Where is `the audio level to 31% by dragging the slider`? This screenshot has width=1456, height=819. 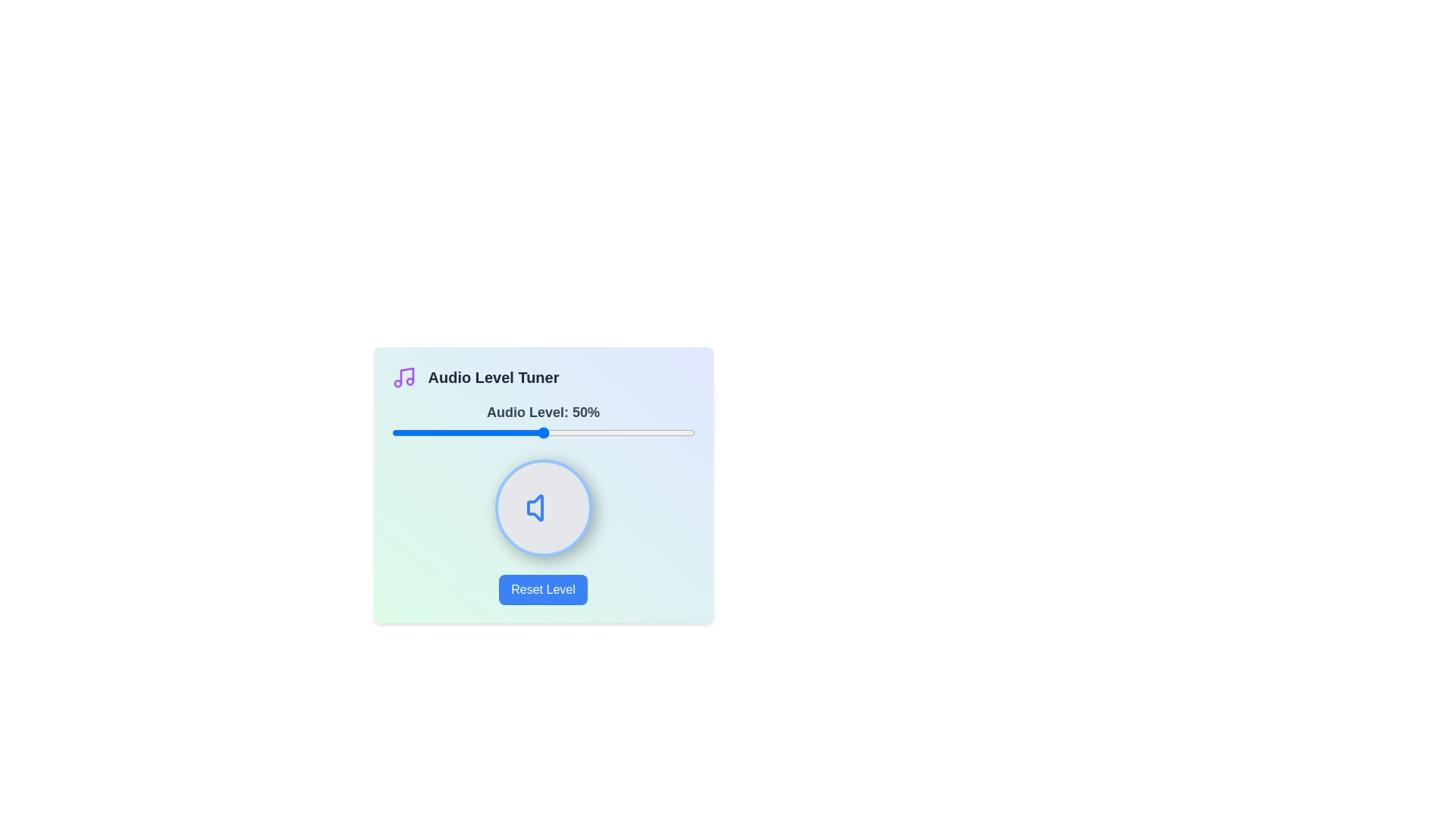
the audio level to 31% by dragging the slider is located at coordinates (485, 432).